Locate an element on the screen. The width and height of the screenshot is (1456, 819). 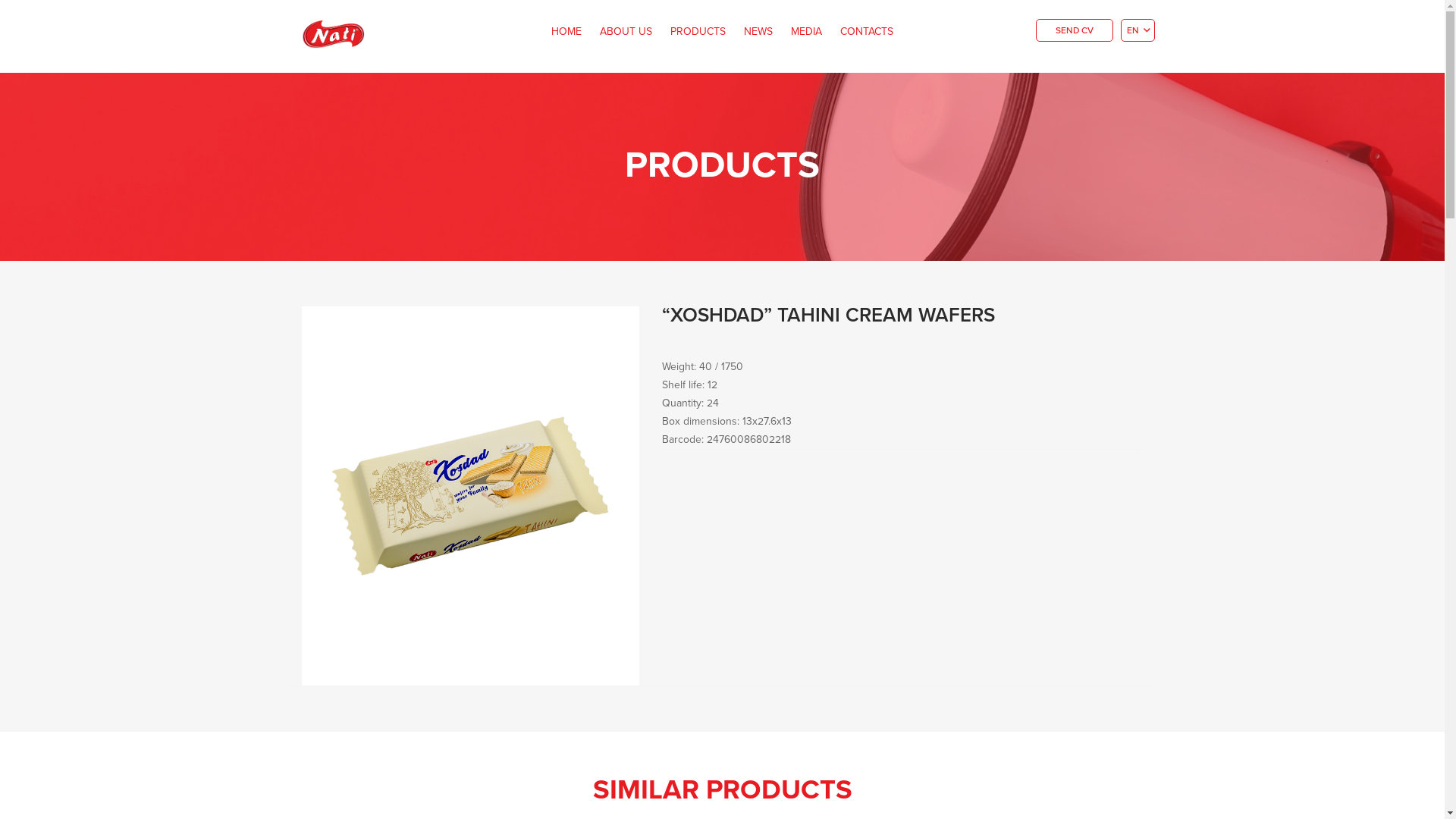
'NEWS' is located at coordinates (758, 32).